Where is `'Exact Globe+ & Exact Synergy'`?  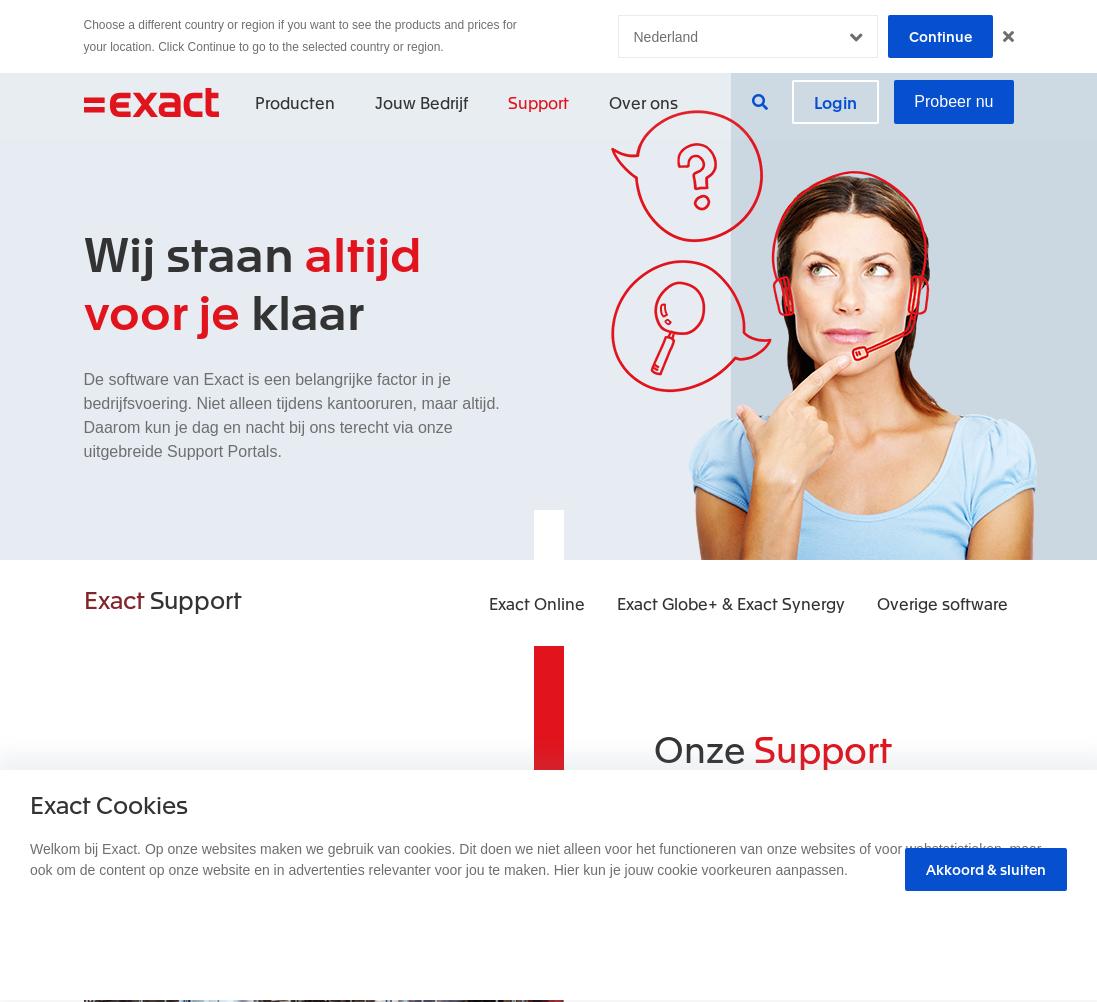 'Exact Globe+ & Exact Synergy' is located at coordinates (729, 602).